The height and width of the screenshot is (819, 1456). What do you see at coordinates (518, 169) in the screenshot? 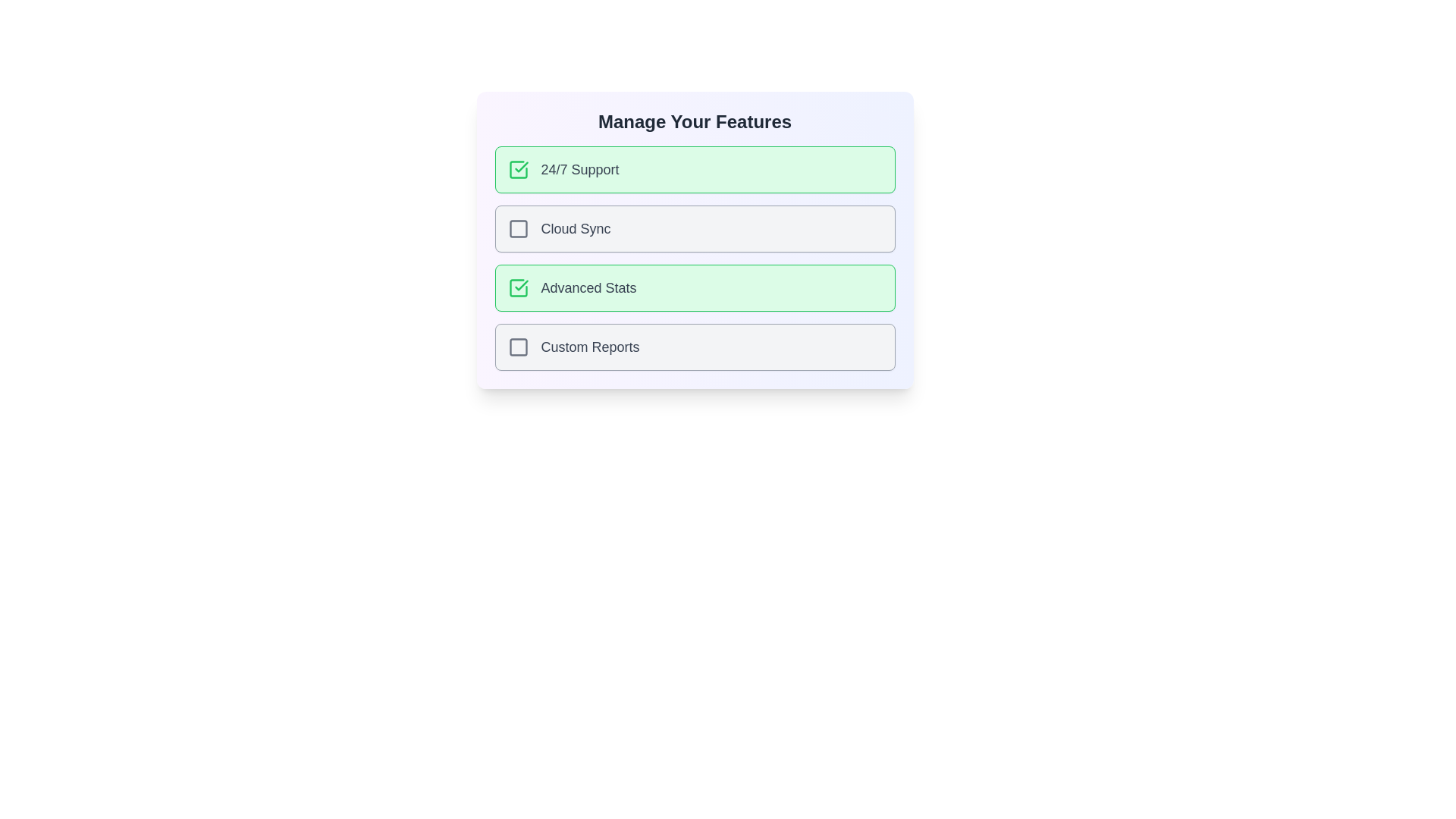
I see `the checkbox element (a hollow square with a thick stroke outline) next to '24/7 Support'` at bounding box center [518, 169].